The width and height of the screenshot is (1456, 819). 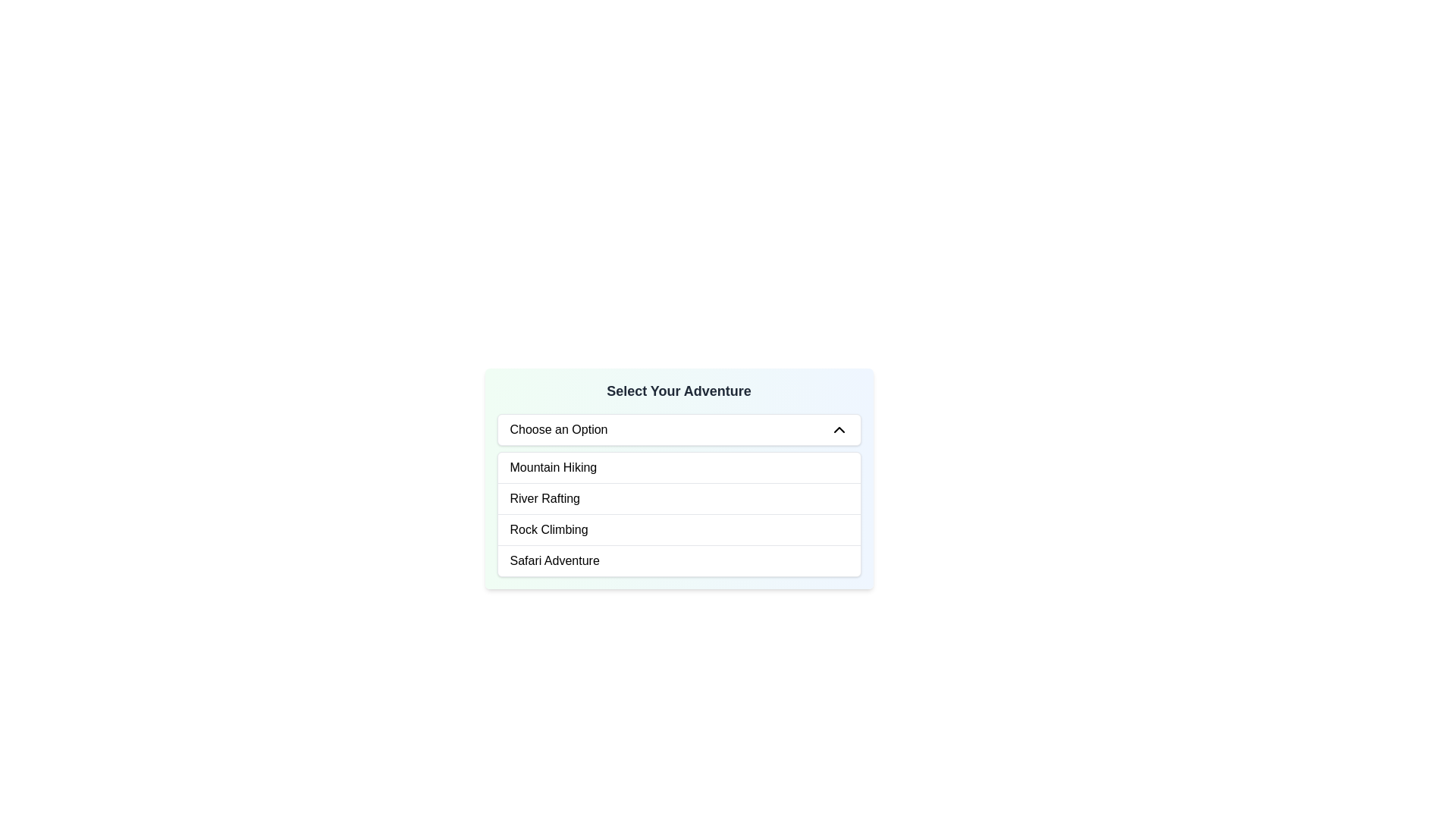 What do you see at coordinates (678, 529) in the screenshot?
I see `the 'Rock Climbing' menu item in the dropdown` at bounding box center [678, 529].